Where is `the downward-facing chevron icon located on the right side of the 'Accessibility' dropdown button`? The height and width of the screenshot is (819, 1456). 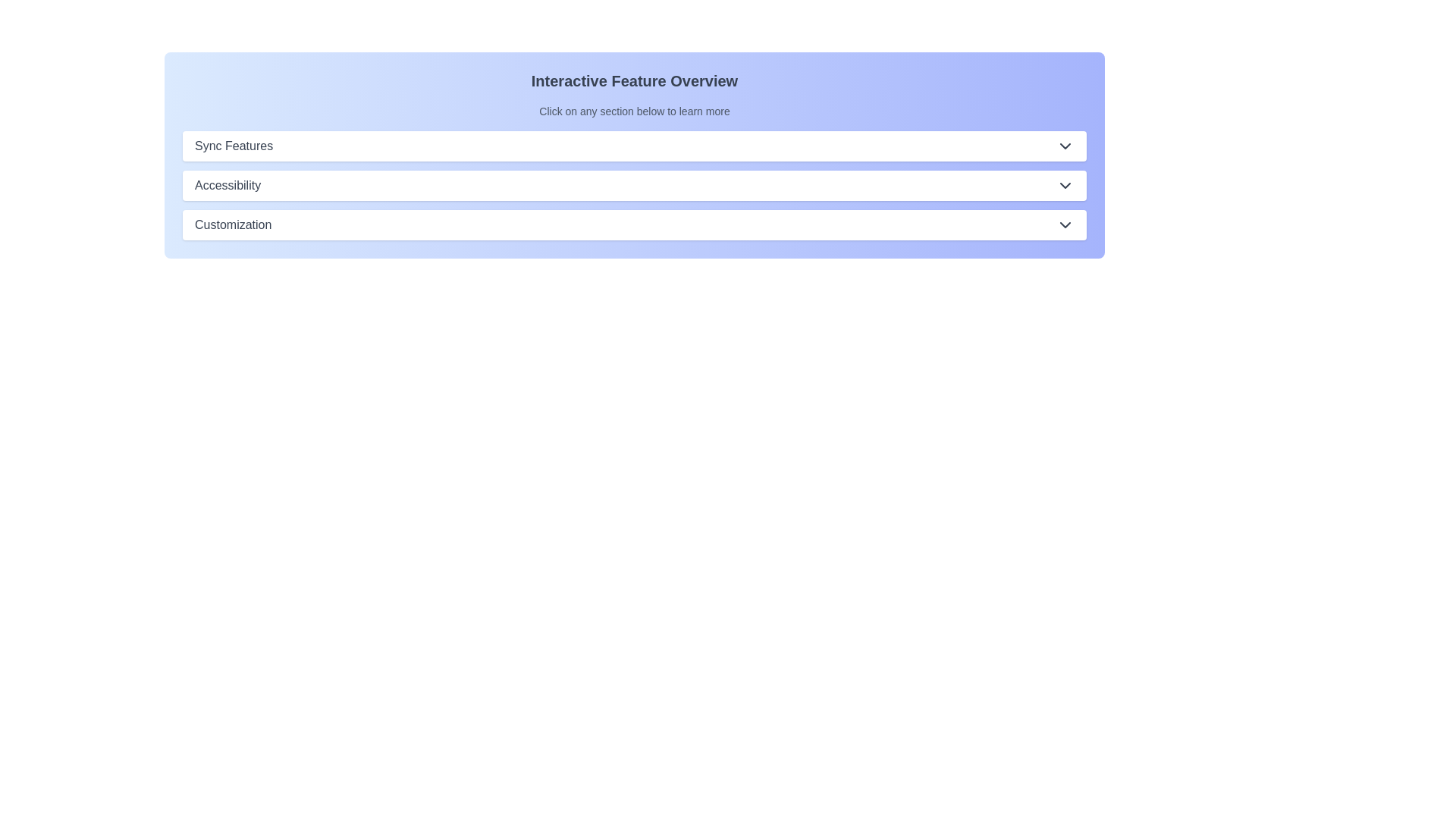
the downward-facing chevron icon located on the right side of the 'Accessibility' dropdown button is located at coordinates (1065, 185).